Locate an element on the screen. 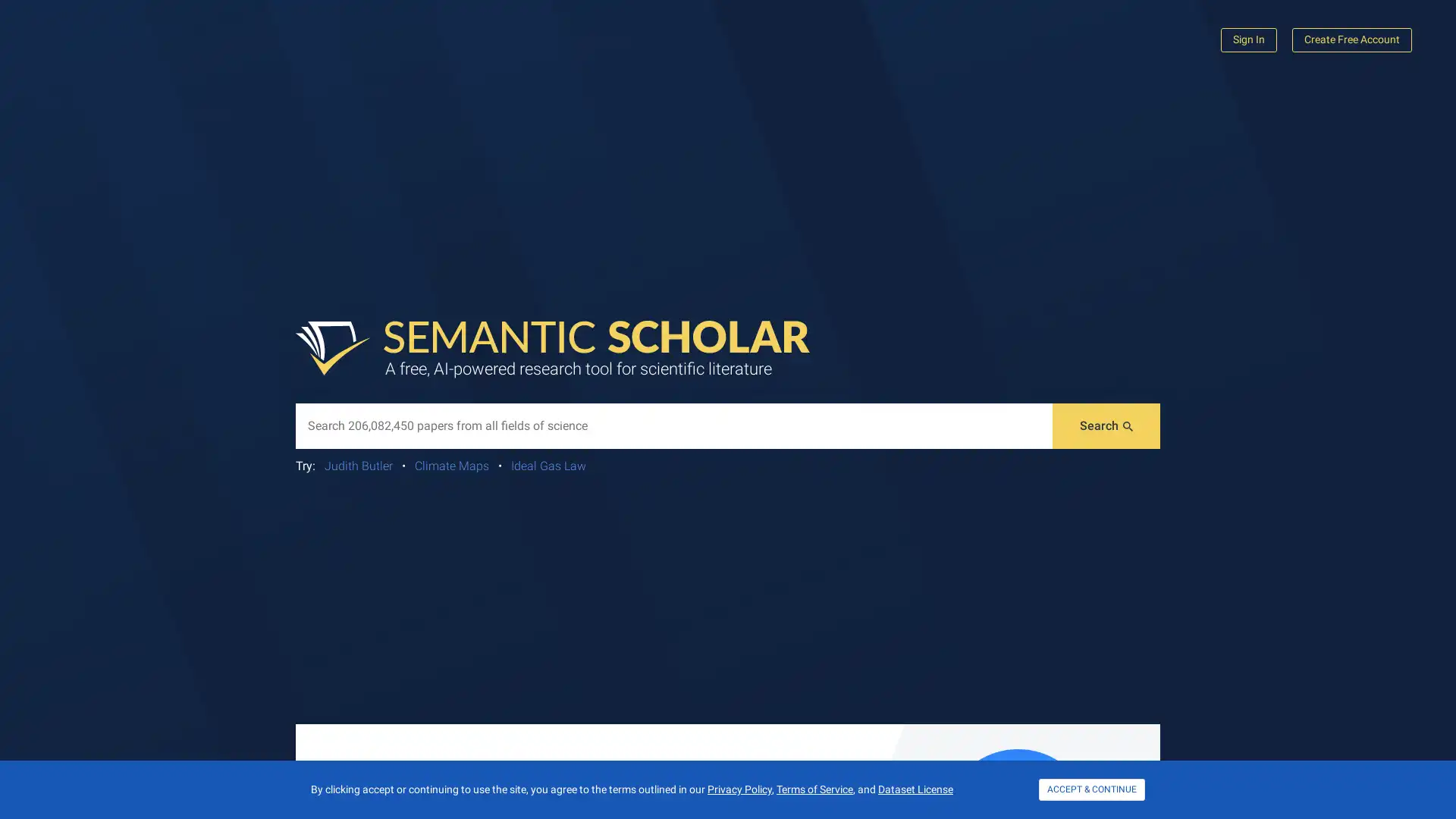 This screenshot has width=1456, height=819. Create Free Account is located at coordinates (1351, 39).